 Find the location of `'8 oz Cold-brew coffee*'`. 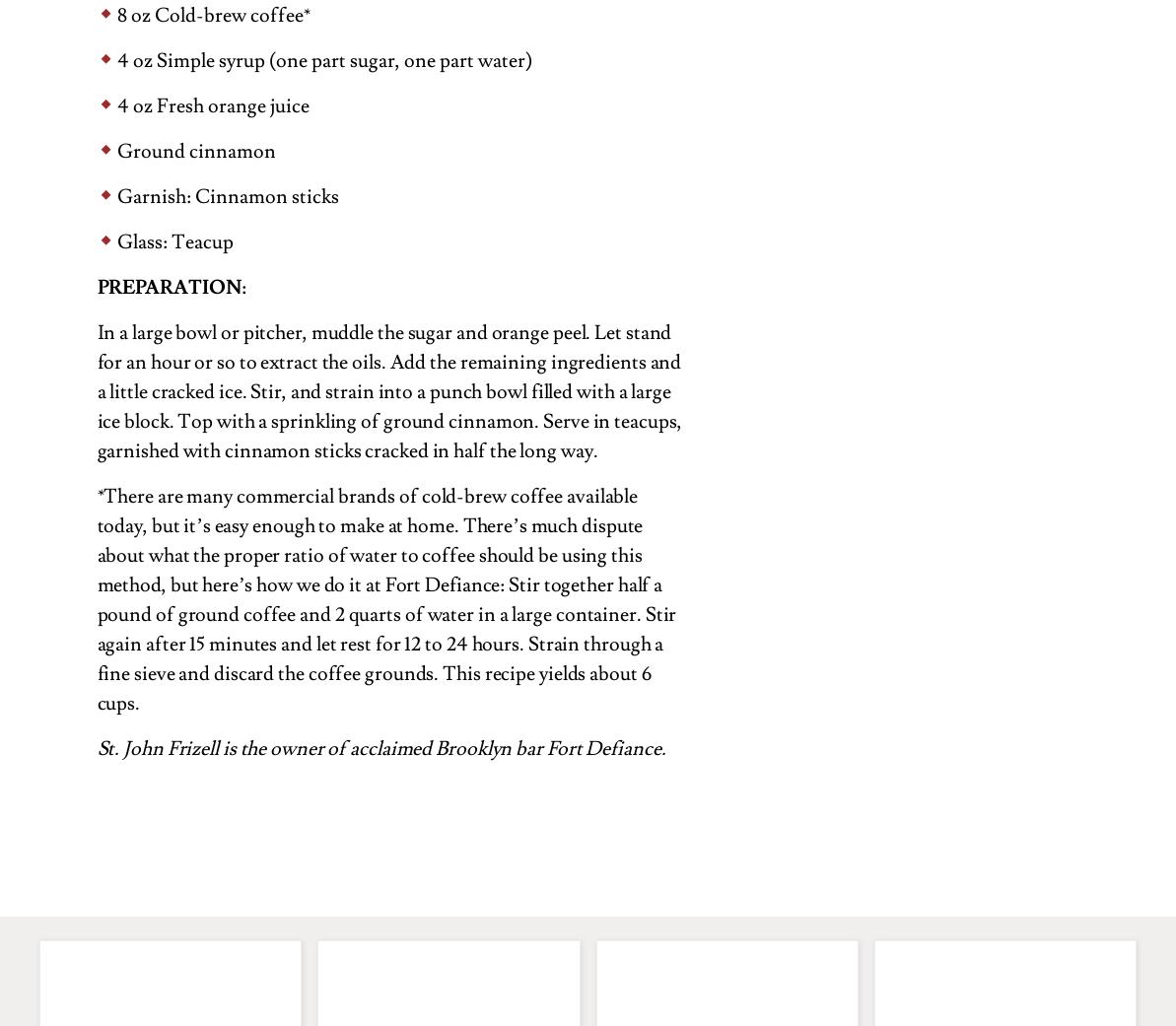

'8 oz Cold-brew coffee*' is located at coordinates (212, 13).